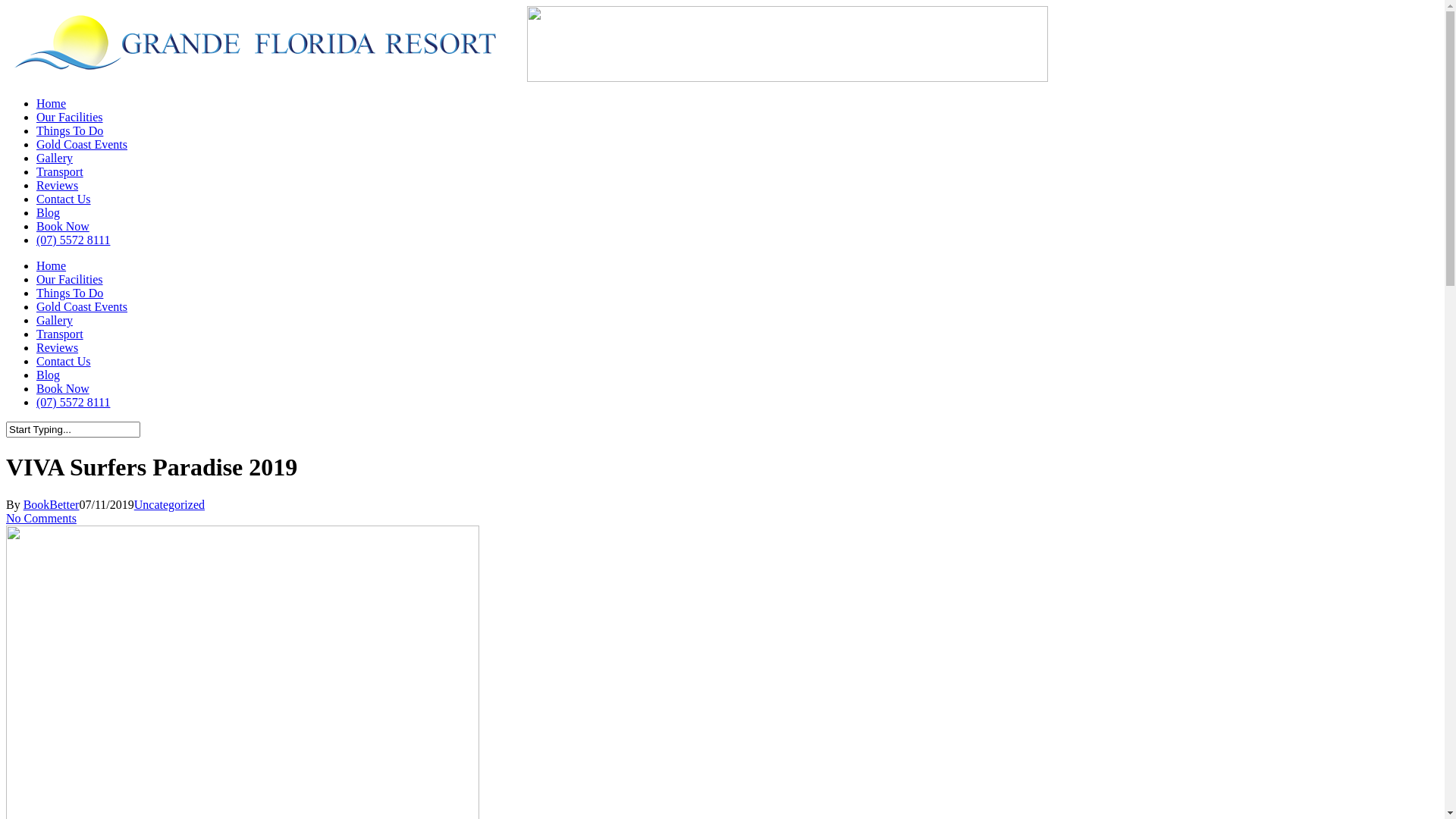 This screenshot has width=1456, height=819. I want to click on 'Blog', so click(48, 375).